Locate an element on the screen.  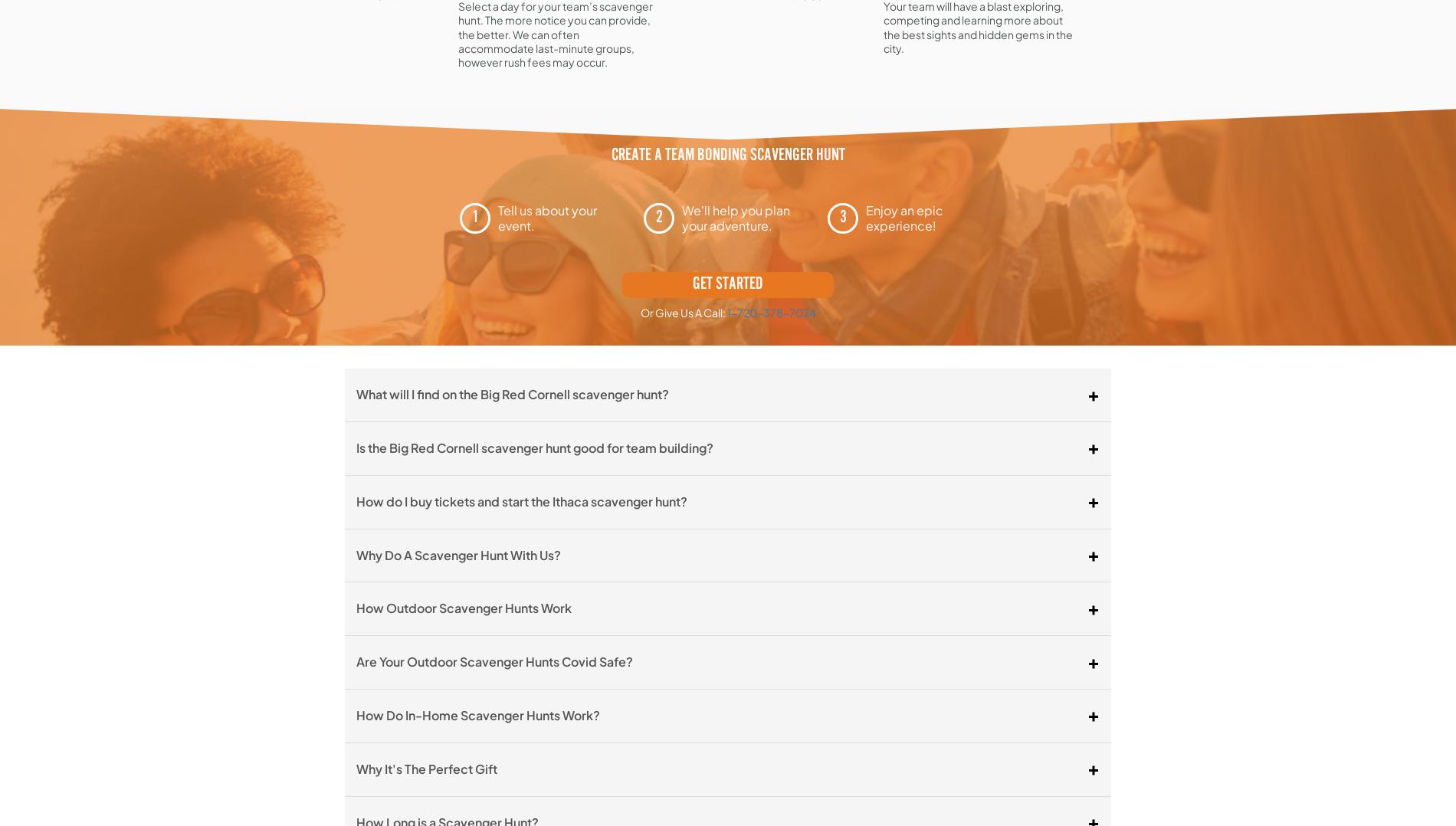
'How do I buy tickets and start the Ithaca scavenger hunt?' is located at coordinates (521, 500).